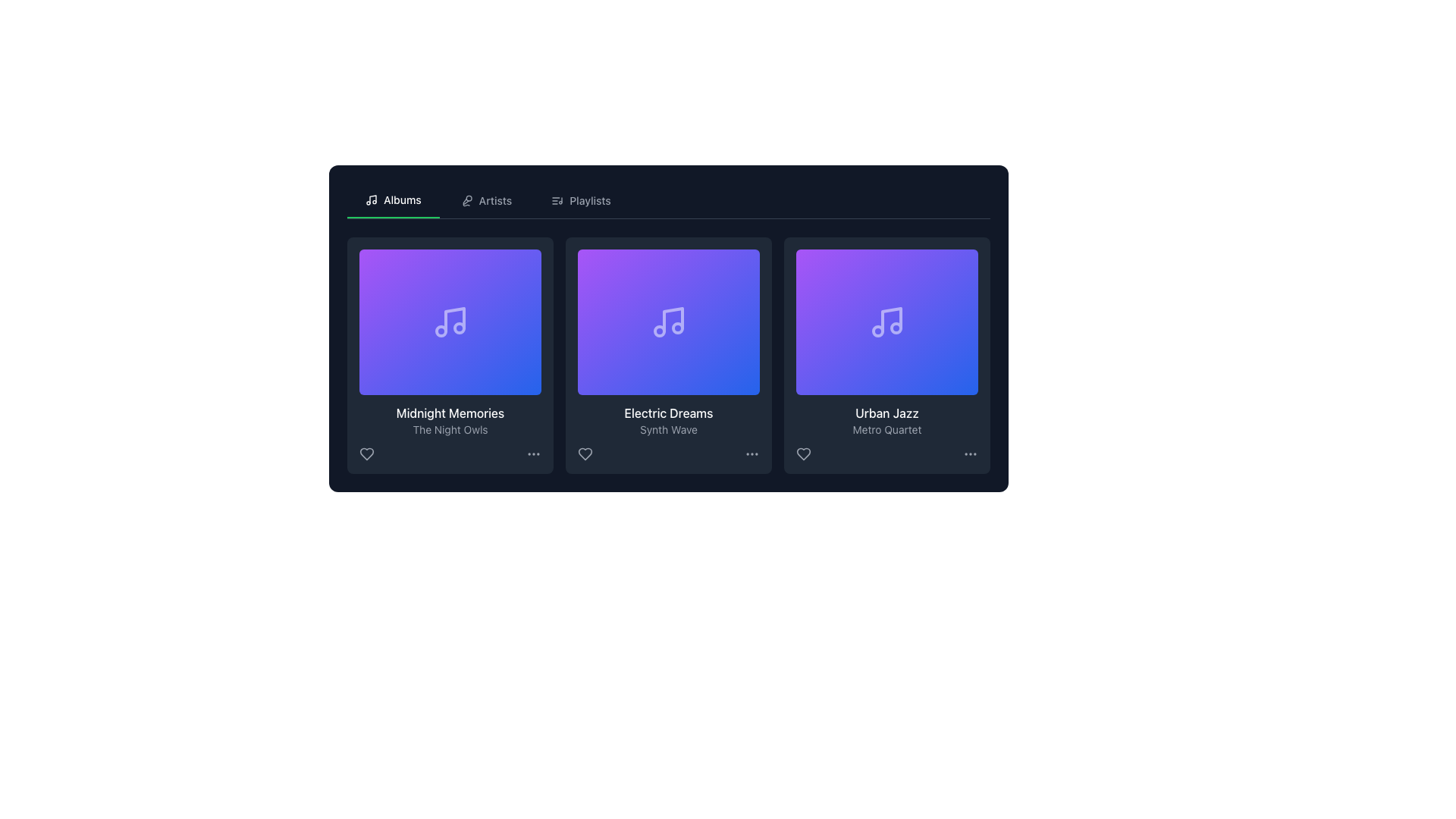 The image size is (1456, 819). Describe the element at coordinates (458, 327) in the screenshot. I see `the rightmost circle shape within the music icon on the first card labeled 'Midnight Memories' in the interface` at that location.